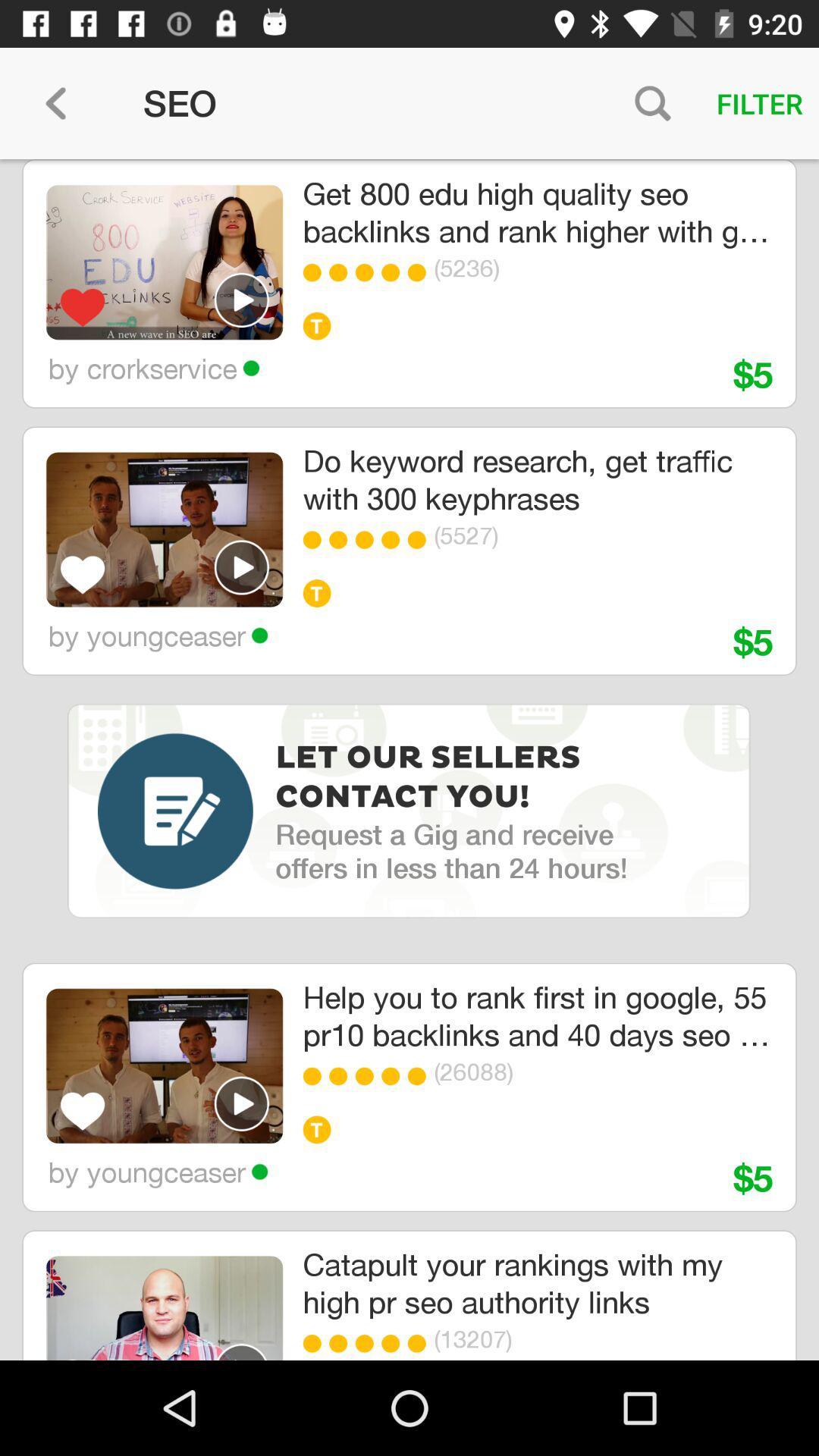 The image size is (819, 1456). I want to click on the video, so click(241, 300).